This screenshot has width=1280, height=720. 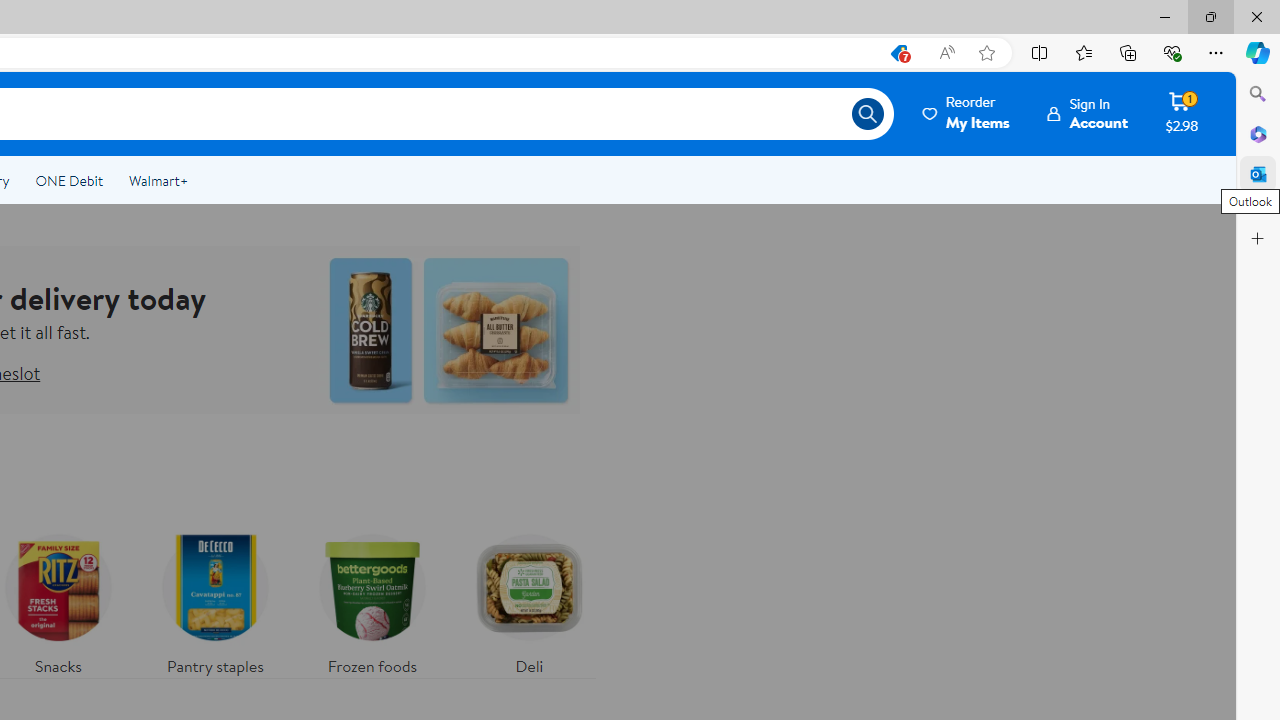 I want to click on 'Reorder My Items', so click(x=967, y=113).